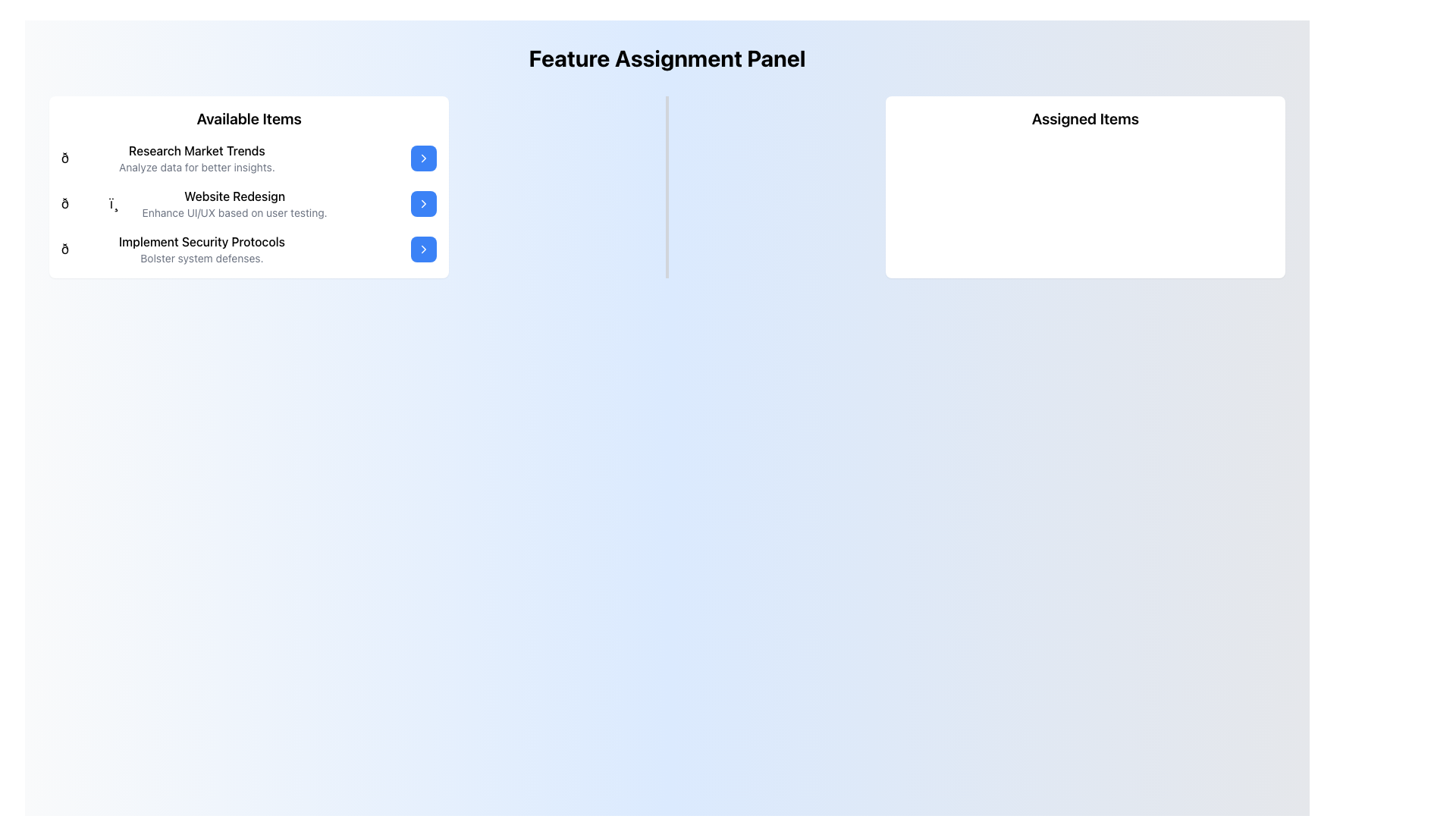 The height and width of the screenshot is (819, 1456). Describe the element at coordinates (196, 151) in the screenshot. I see `the text-based UI element titled 'Research Market Trends', which is prominently positioned as the header under 'Available Items'` at that location.